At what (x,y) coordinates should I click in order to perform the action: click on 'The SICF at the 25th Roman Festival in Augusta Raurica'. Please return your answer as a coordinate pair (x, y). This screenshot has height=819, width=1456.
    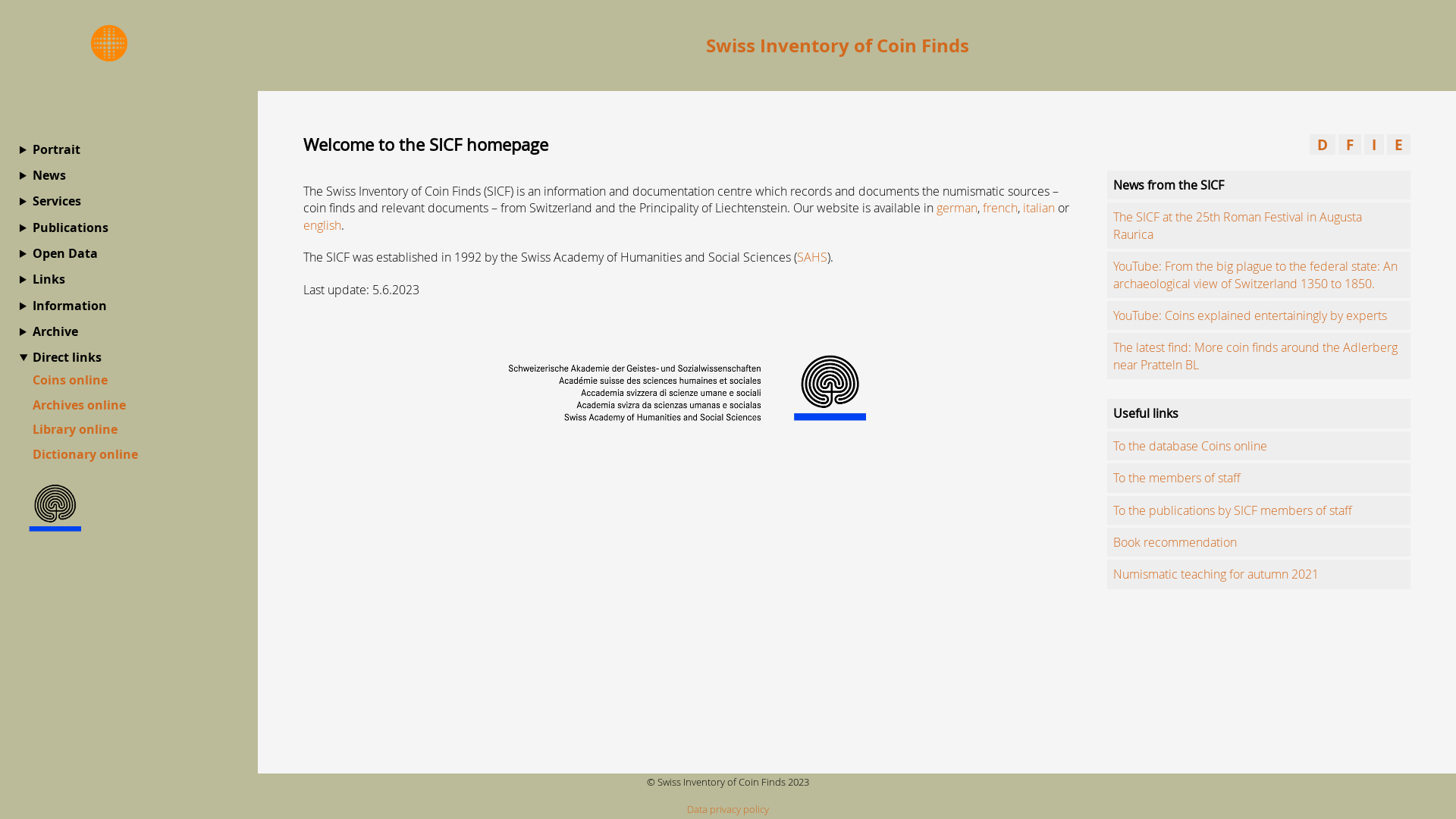
    Looking at the image, I should click on (1238, 225).